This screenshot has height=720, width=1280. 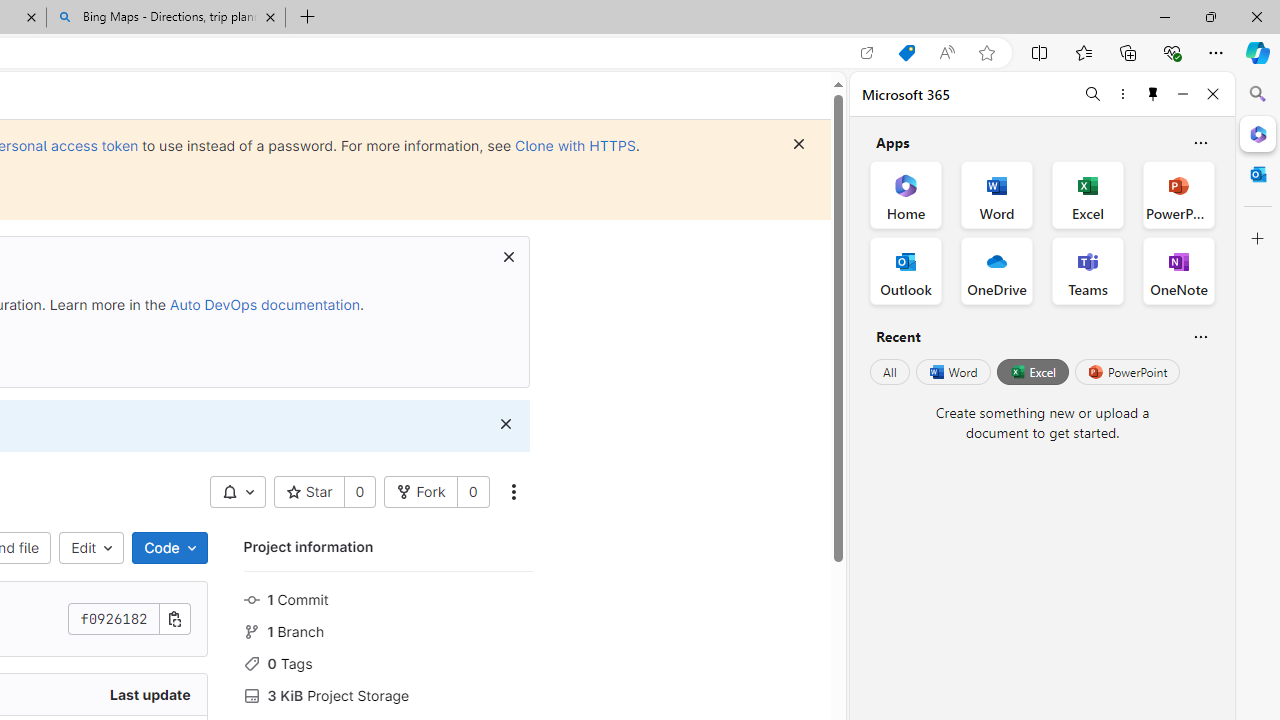 What do you see at coordinates (997, 195) in the screenshot?
I see `'Word Office App'` at bounding box center [997, 195].